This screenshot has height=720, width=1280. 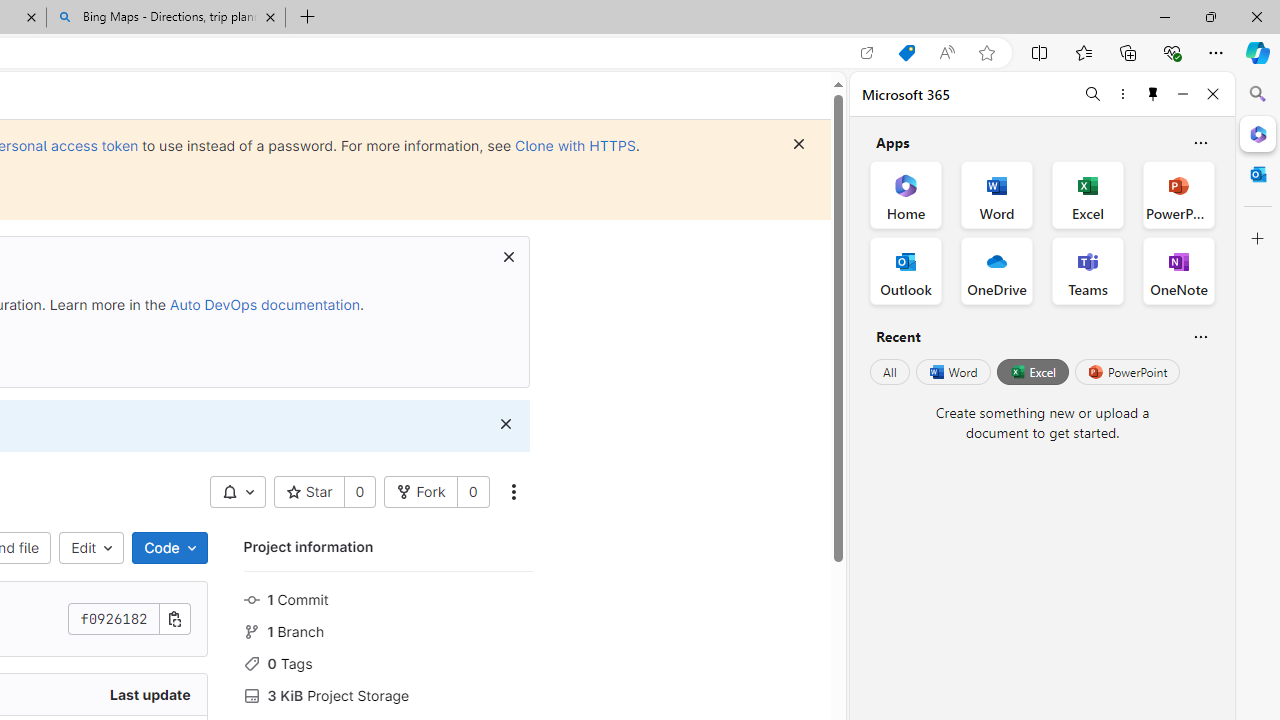 What do you see at coordinates (997, 195) in the screenshot?
I see `'Word Office App'` at bounding box center [997, 195].